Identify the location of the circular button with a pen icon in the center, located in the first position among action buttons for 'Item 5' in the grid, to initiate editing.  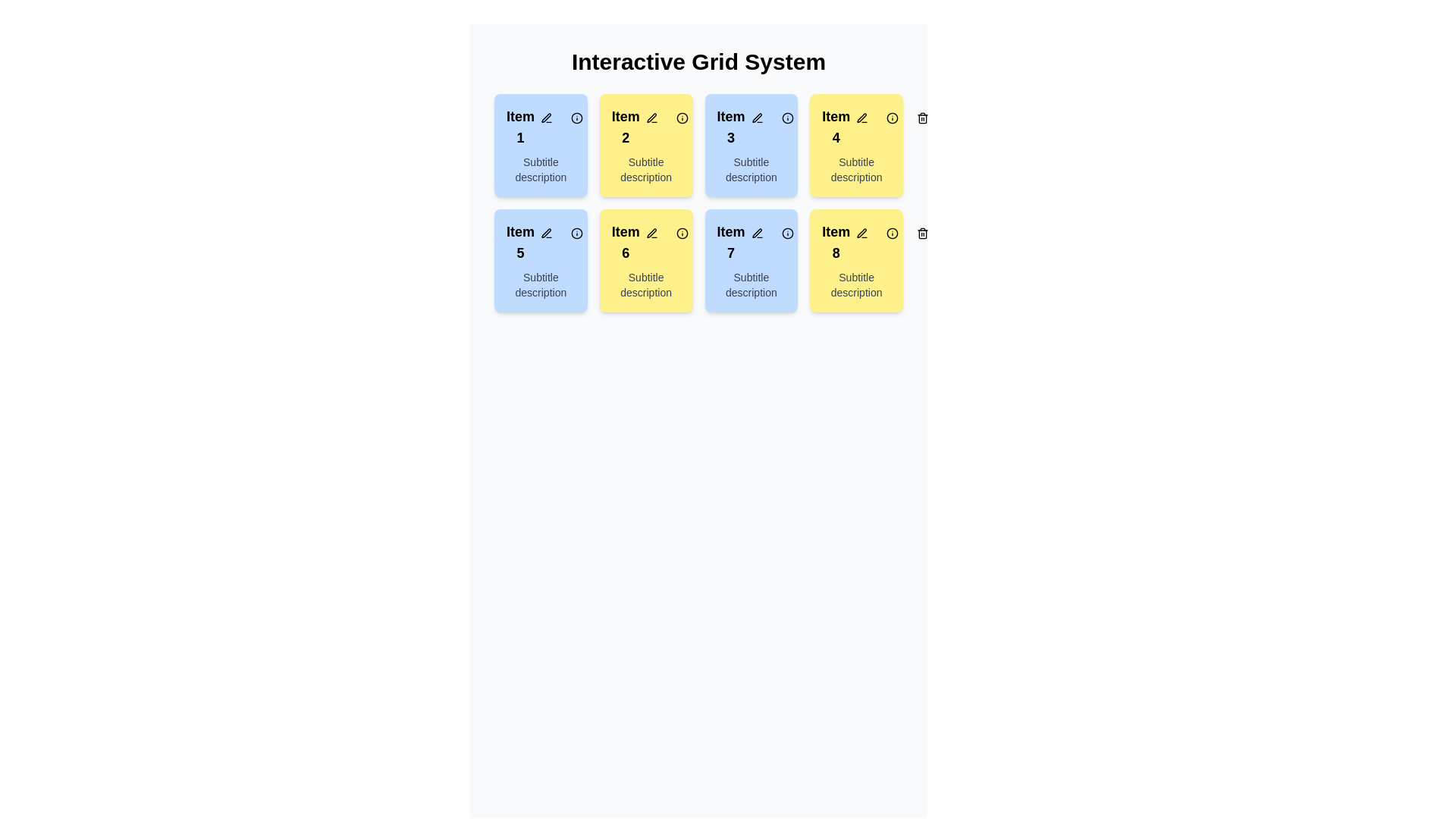
(546, 234).